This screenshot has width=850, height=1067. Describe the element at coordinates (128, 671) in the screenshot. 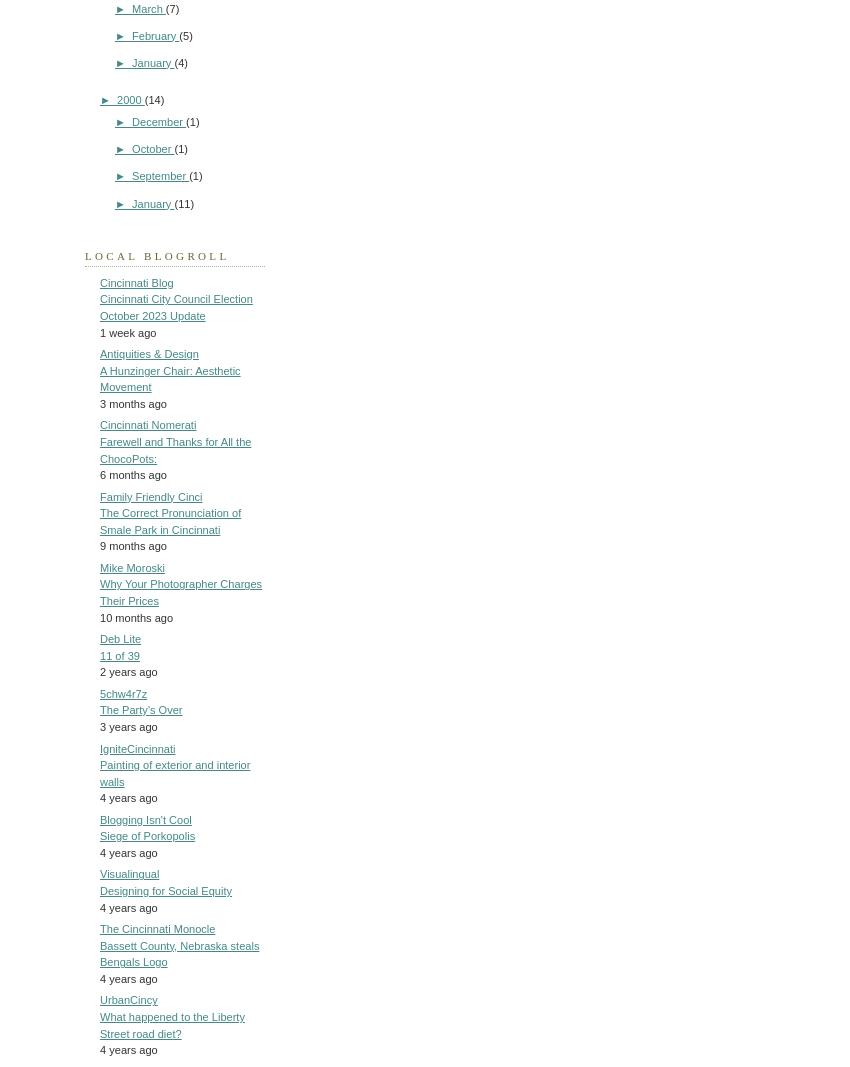

I see `'2 years ago'` at that location.